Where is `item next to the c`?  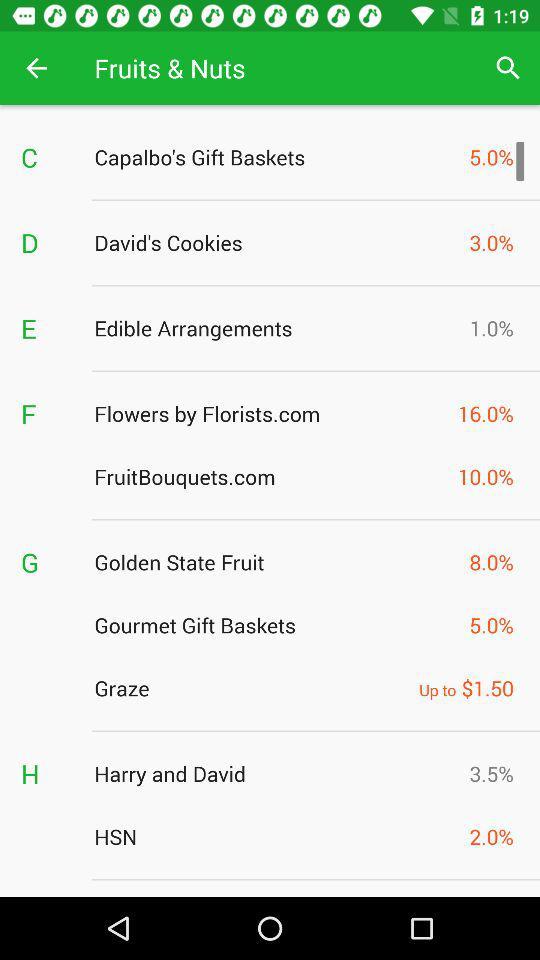 item next to the c is located at coordinates (275, 156).